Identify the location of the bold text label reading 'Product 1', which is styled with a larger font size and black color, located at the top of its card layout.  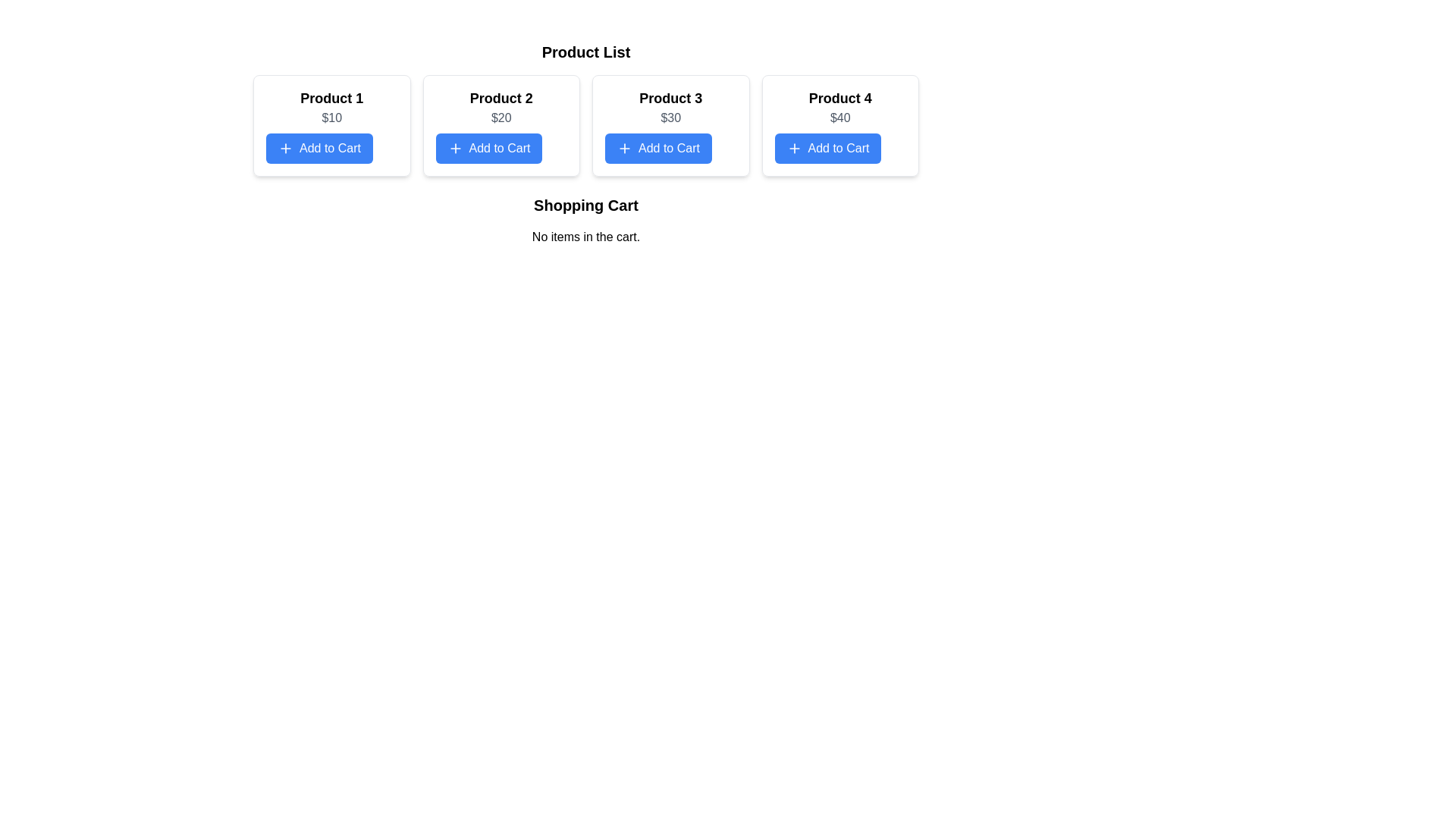
(331, 99).